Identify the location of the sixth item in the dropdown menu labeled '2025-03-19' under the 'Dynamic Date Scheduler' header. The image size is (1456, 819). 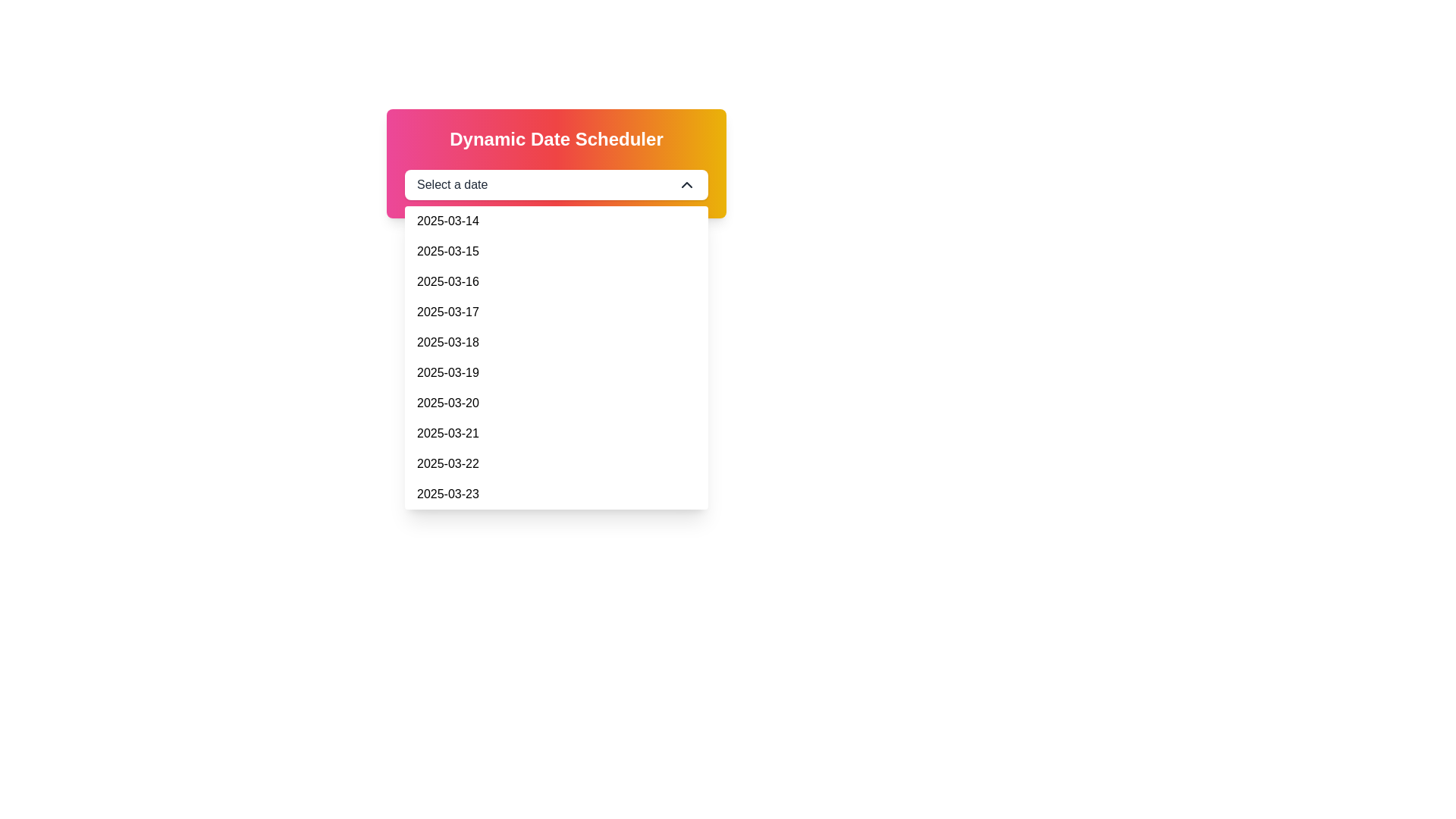
(447, 373).